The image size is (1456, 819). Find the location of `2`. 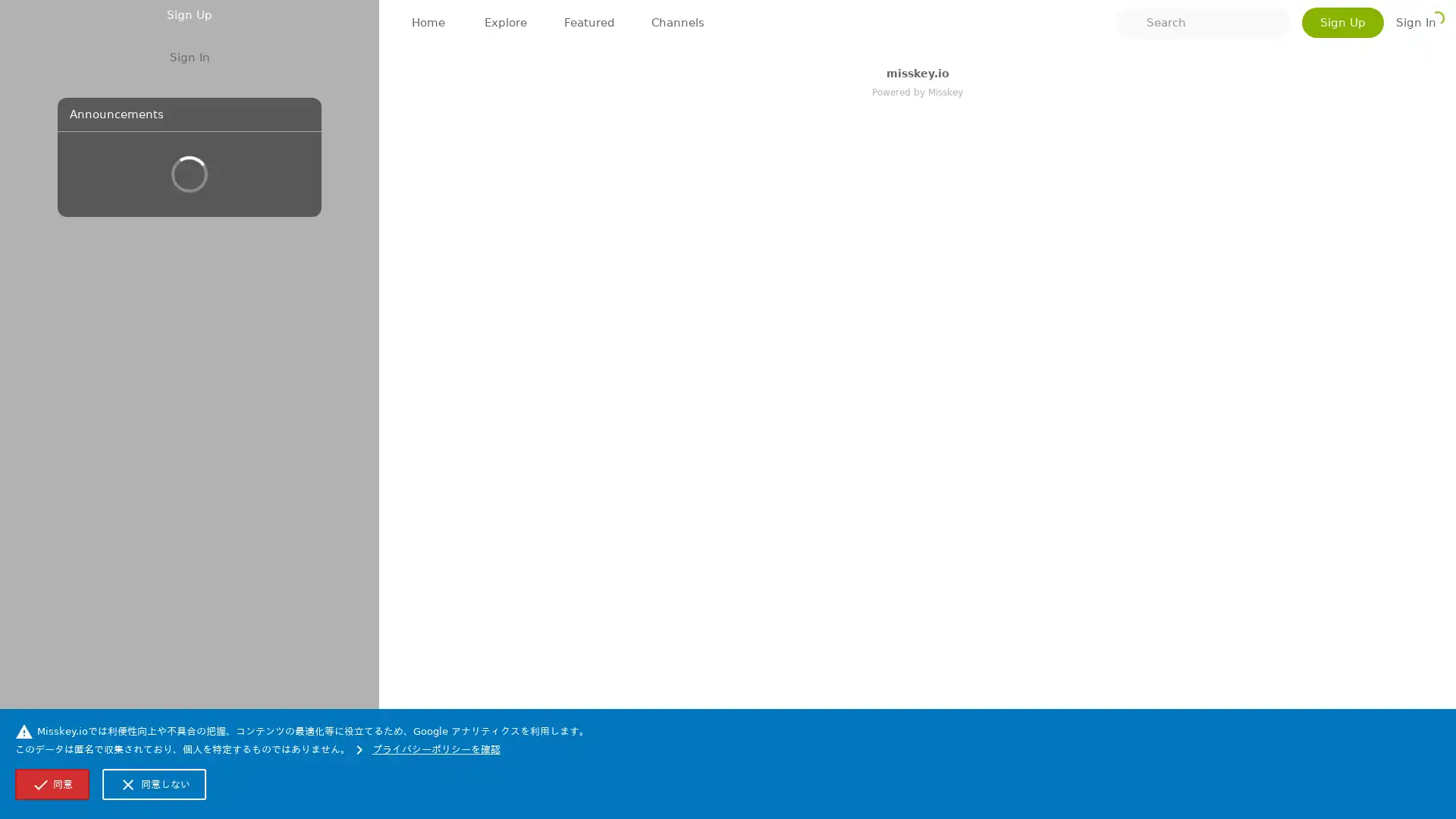

2 is located at coordinates (538, 640).